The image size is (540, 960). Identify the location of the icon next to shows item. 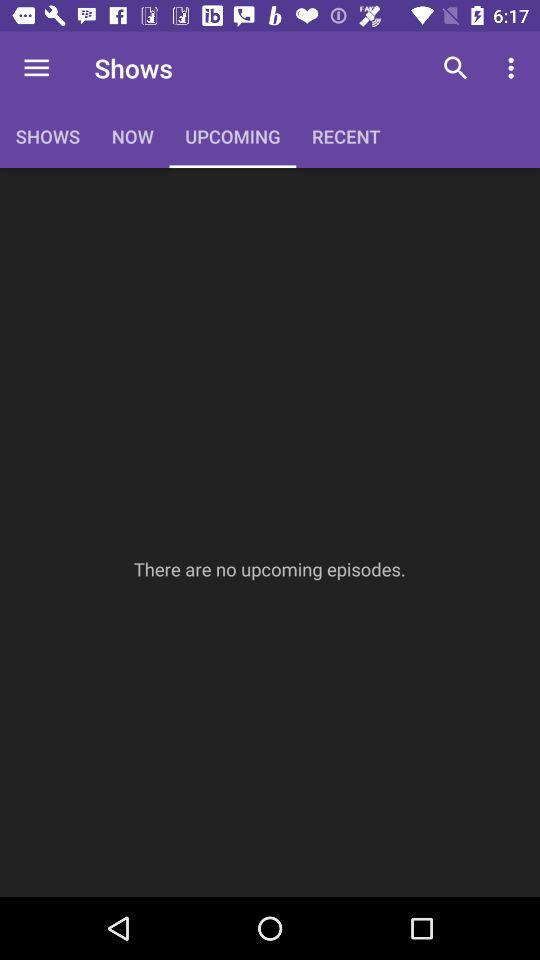
(36, 68).